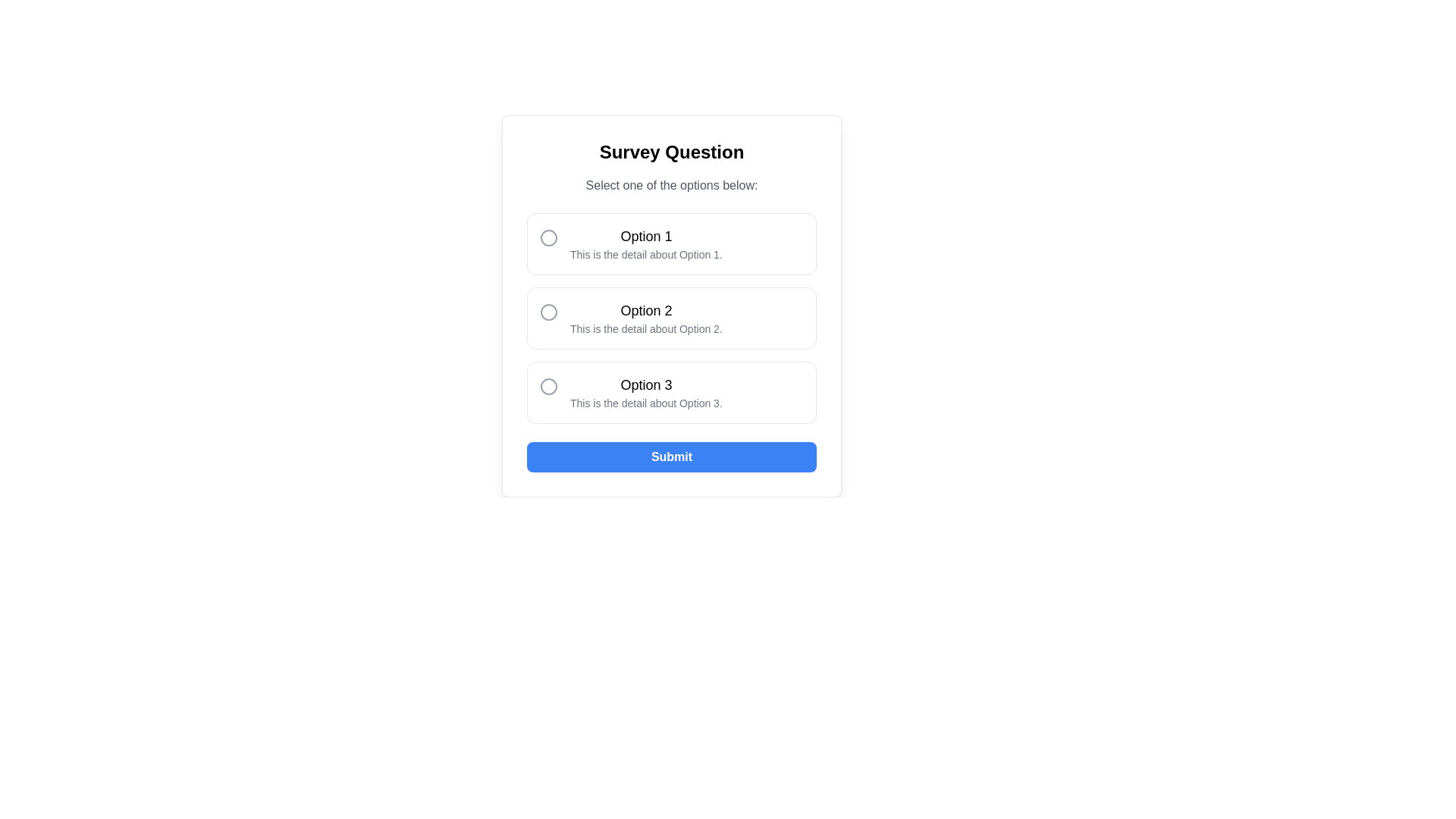 This screenshot has height=819, width=1456. I want to click on the text label that says 'This is the detail about Option 1.' which is styled in a small-sized, gray font and positioned under the bold text 'Option 1', so click(646, 253).